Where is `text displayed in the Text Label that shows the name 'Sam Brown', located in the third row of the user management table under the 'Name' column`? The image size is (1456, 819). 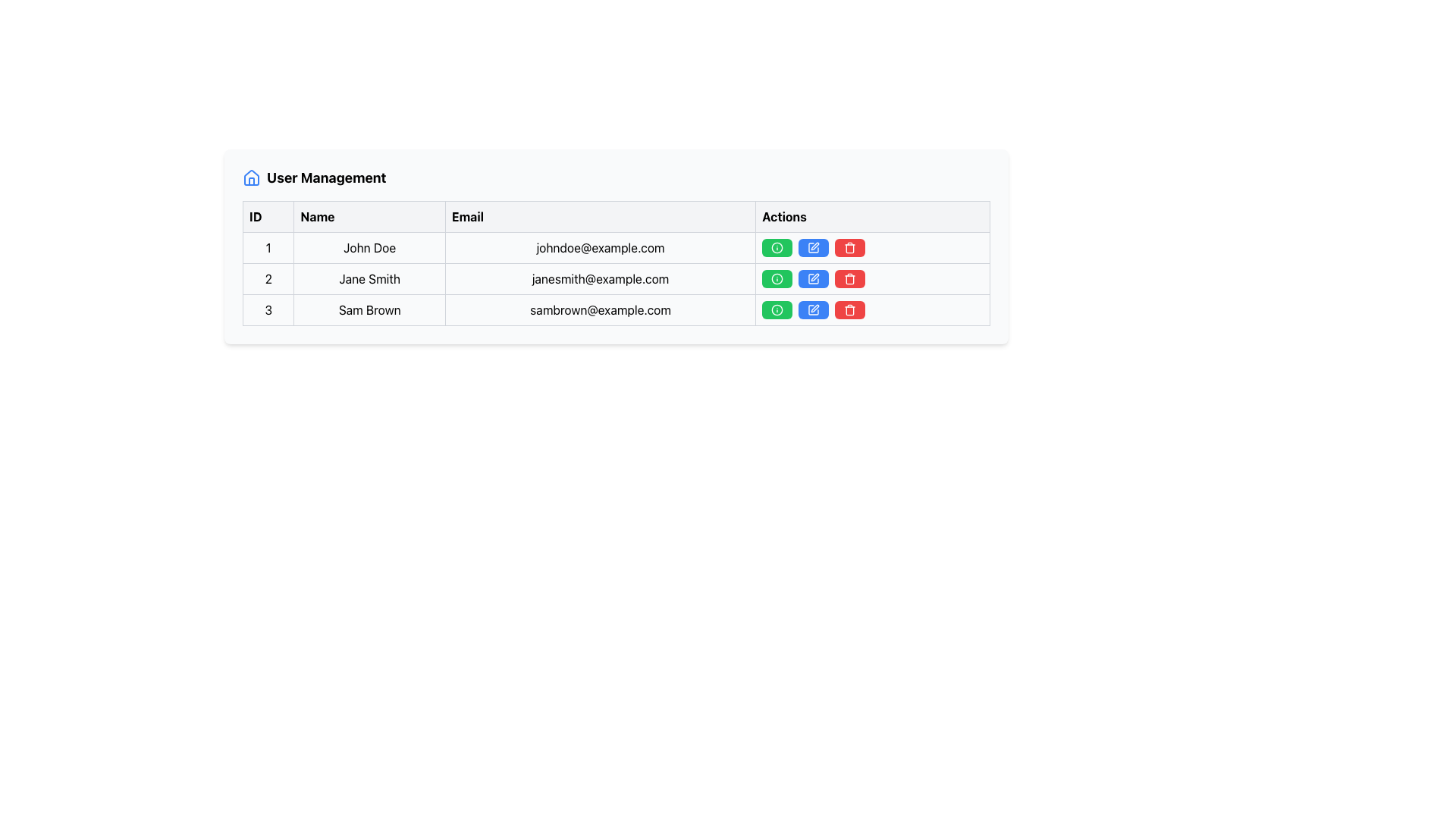 text displayed in the Text Label that shows the name 'Sam Brown', located in the third row of the user management table under the 'Name' column is located at coordinates (369, 309).